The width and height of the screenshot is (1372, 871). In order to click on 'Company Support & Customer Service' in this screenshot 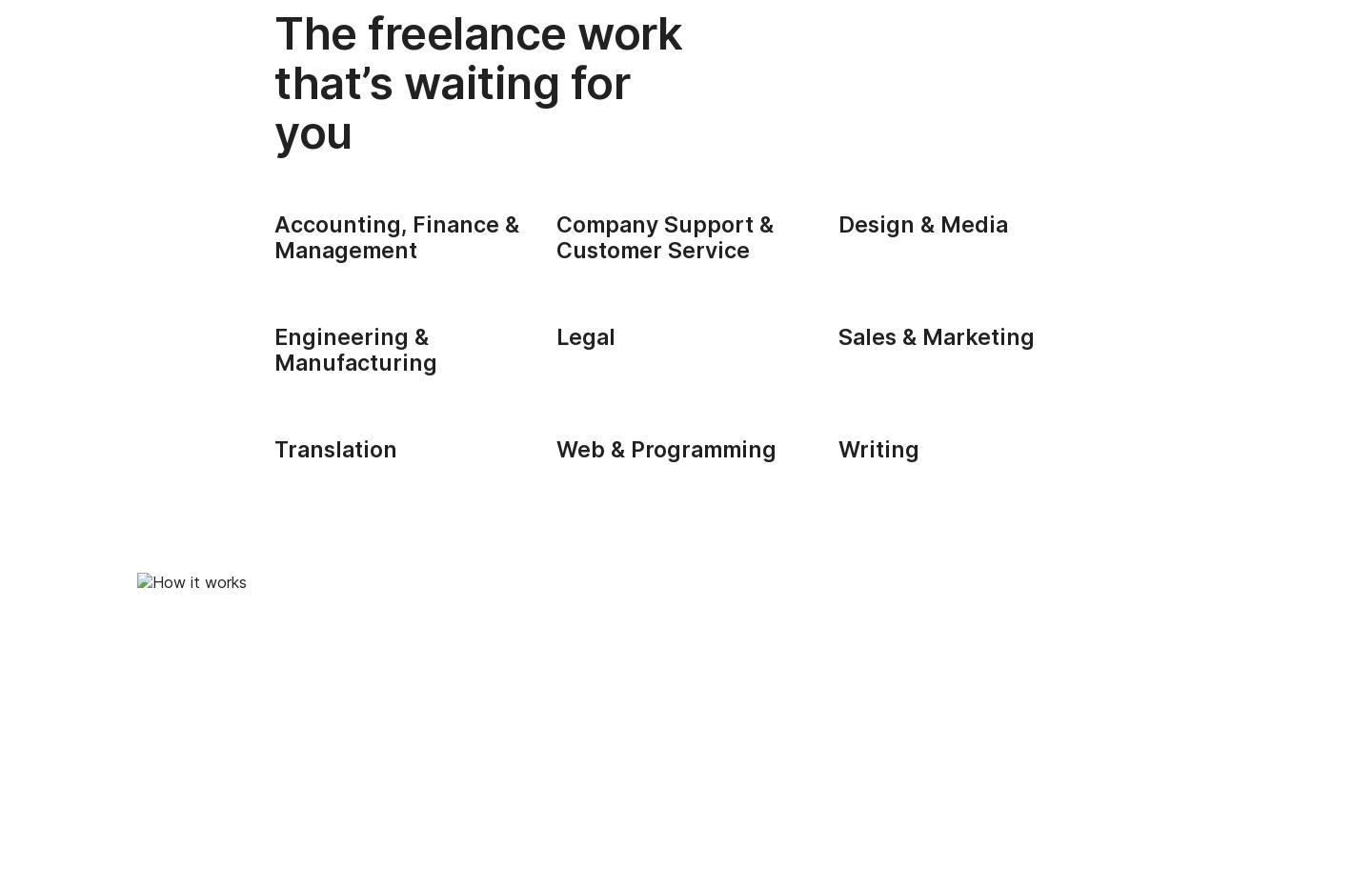, I will do `click(664, 235)`.